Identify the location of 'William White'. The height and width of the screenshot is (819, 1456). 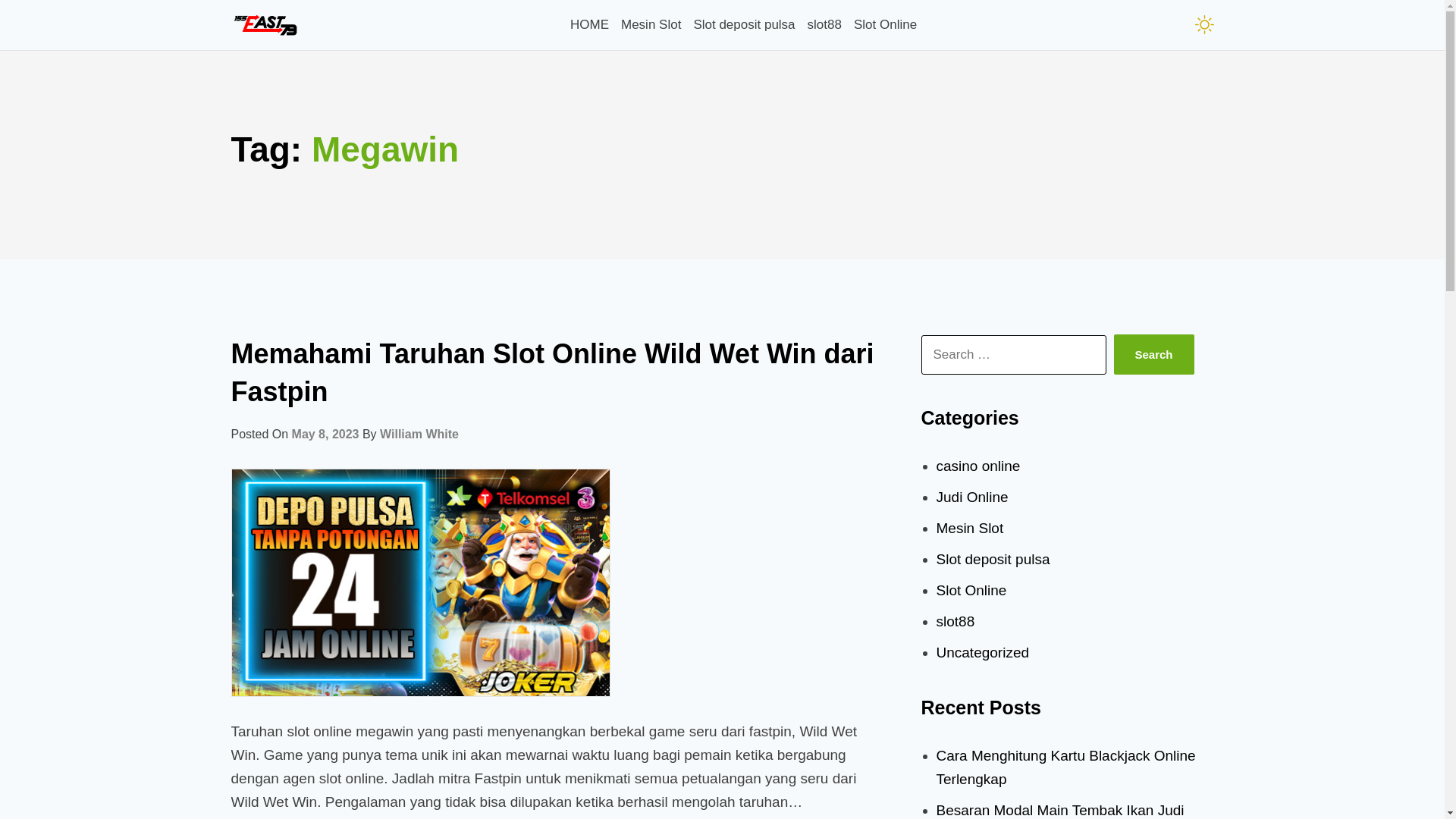
(419, 434).